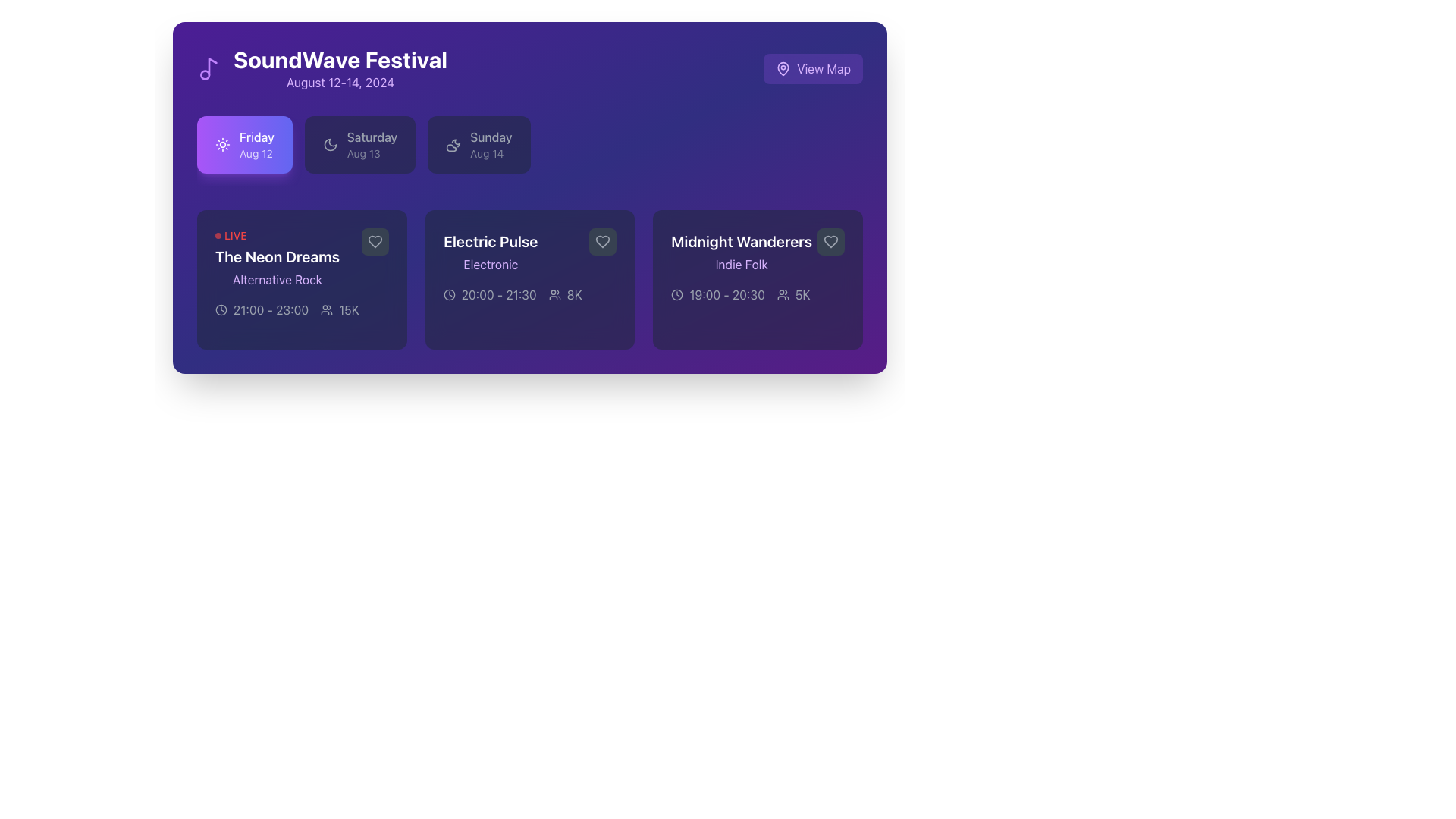 Image resolution: width=1456 pixels, height=819 pixels. Describe the element at coordinates (375, 241) in the screenshot. I see `the heart icon with a gray outline located in the top-right corner of the card for 'The Neon Dreams' under the 'Friday, Aug 12' section` at that location.